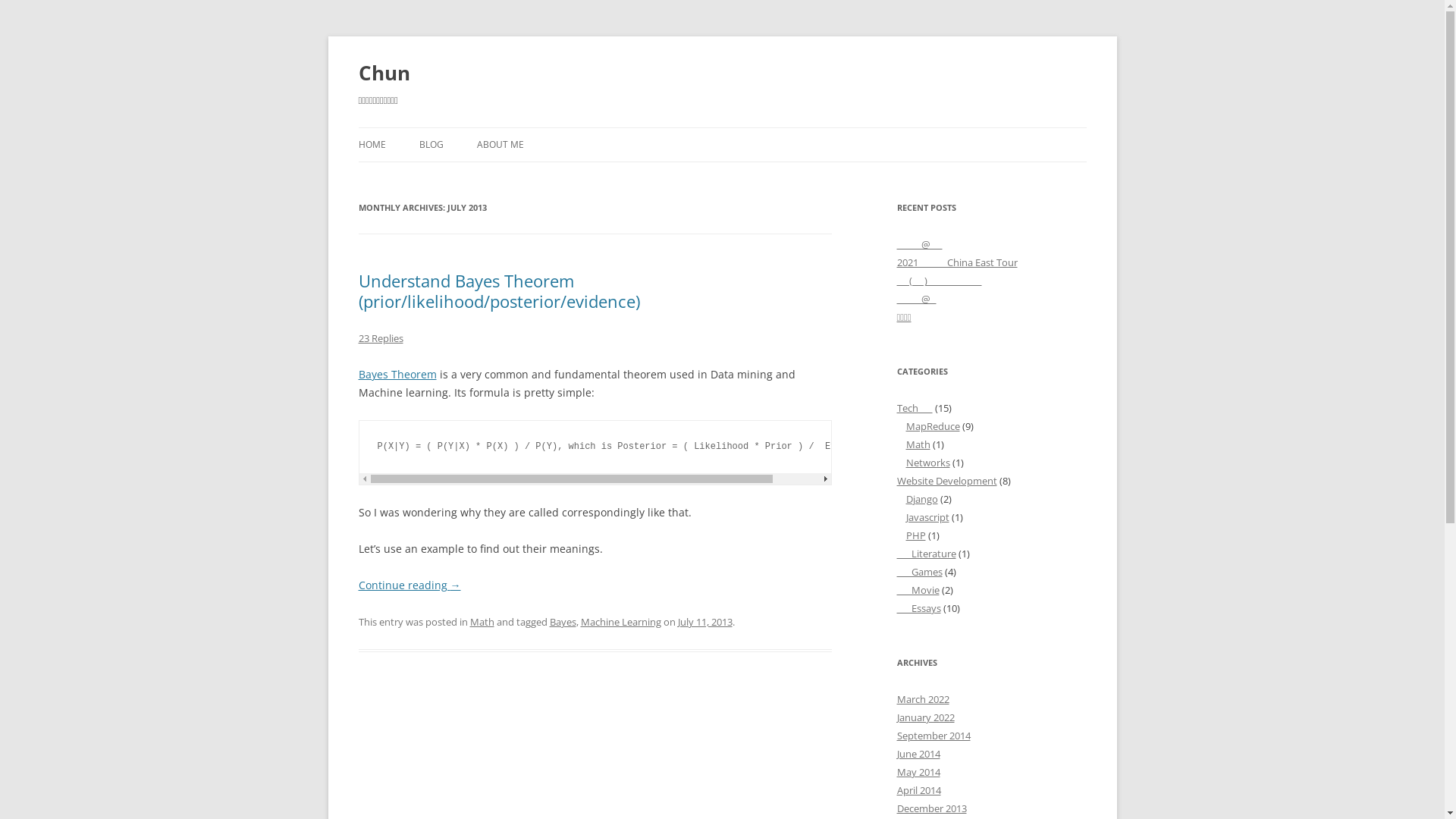 The height and width of the screenshot is (819, 1456). What do you see at coordinates (926, 516) in the screenshot?
I see `'Javascript'` at bounding box center [926, 516].